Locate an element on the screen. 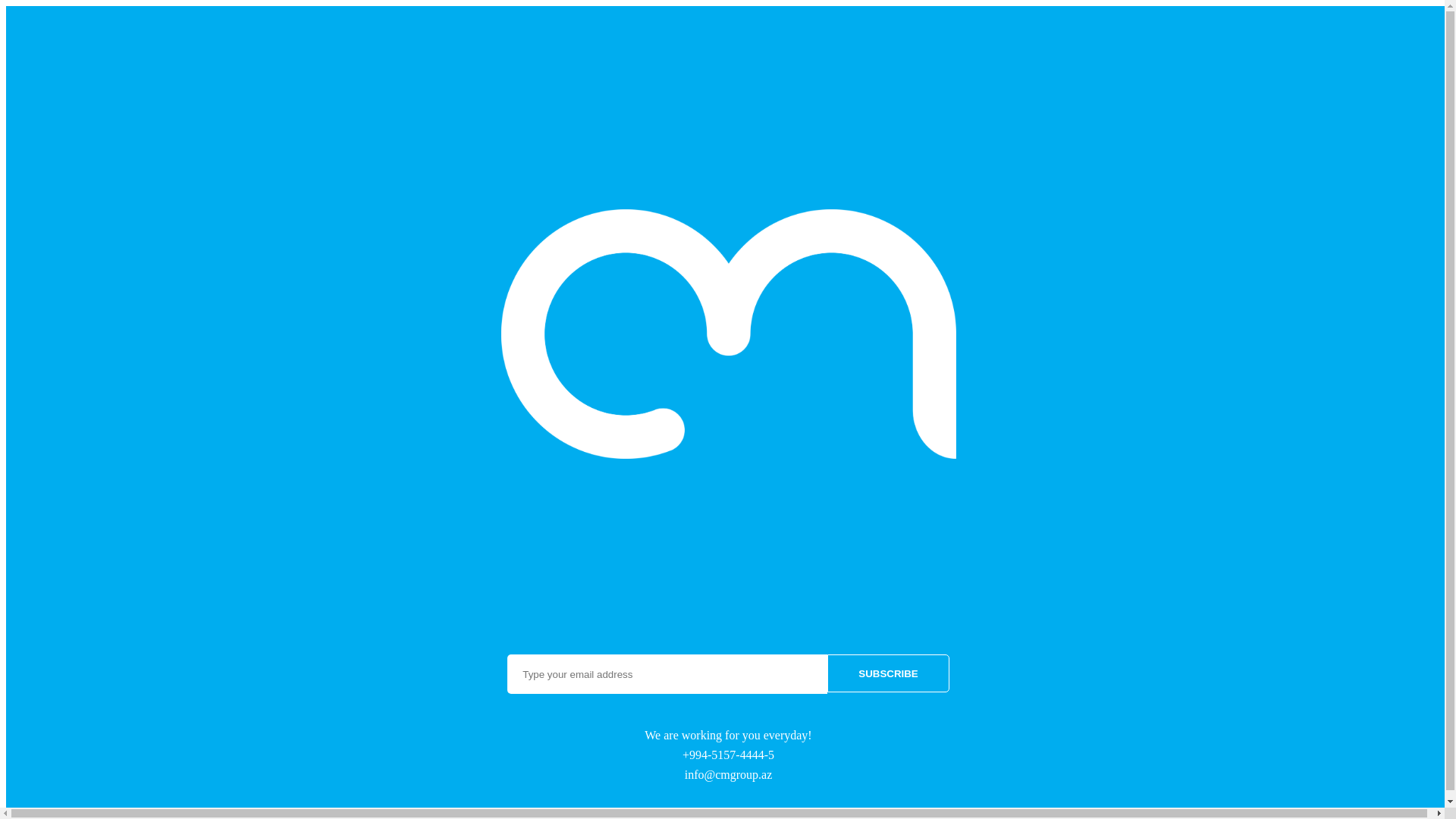 This screenshot has height=819, width=1456. 'SUBSCRIBE' is located at coordinates (826, 672).